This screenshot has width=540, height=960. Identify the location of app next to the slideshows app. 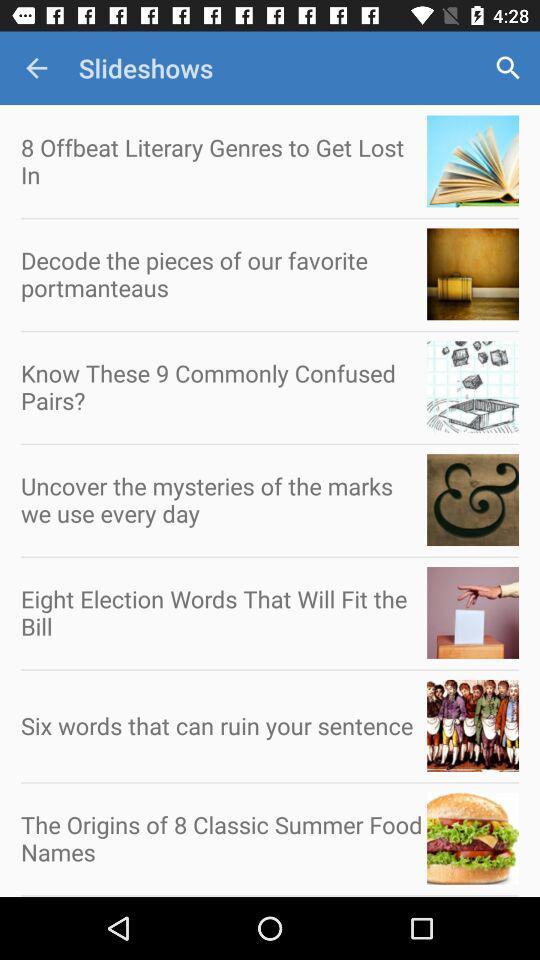
(508, 68).